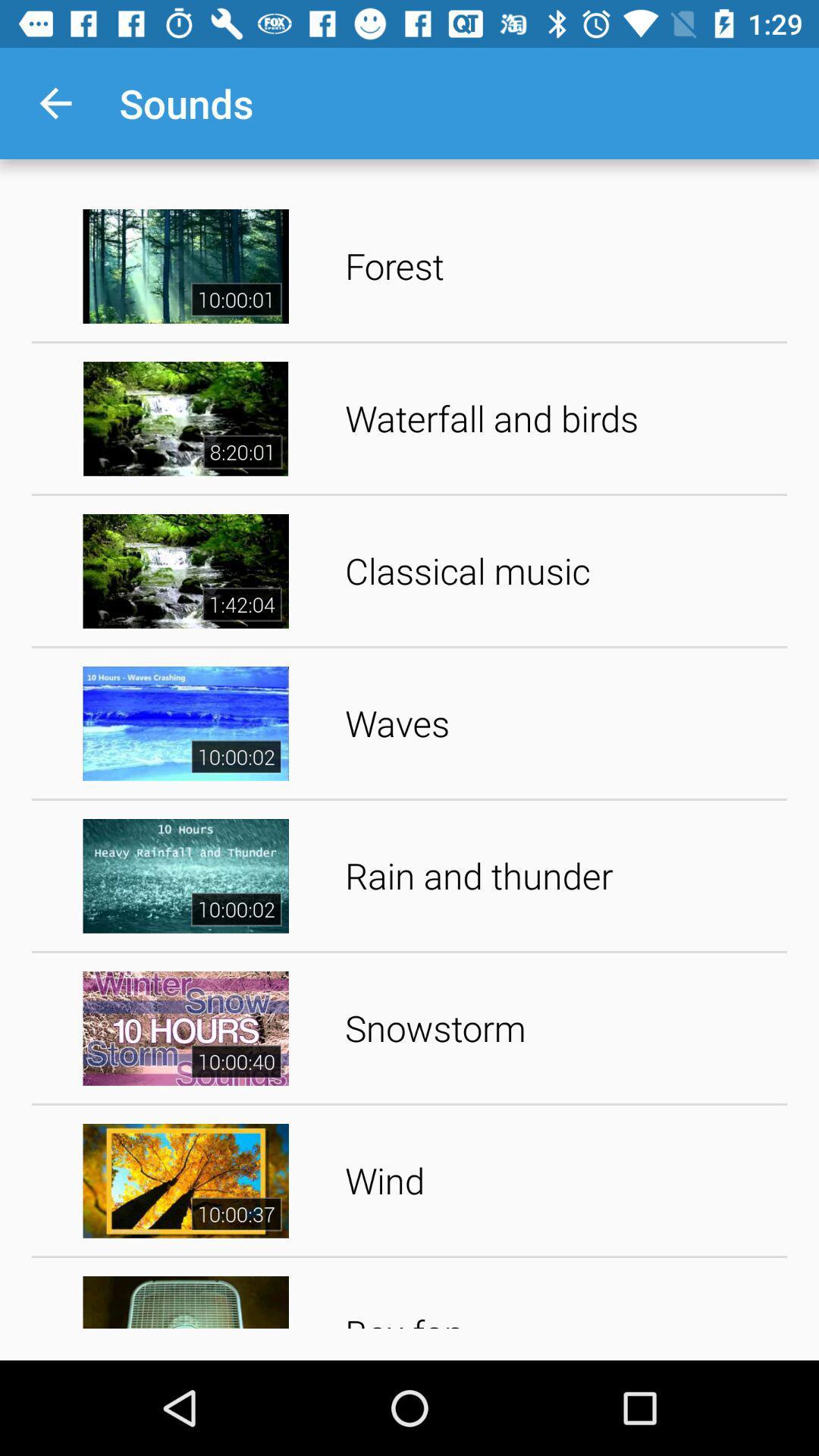  I want to click on the item below the wind app, so click(560, 1298).